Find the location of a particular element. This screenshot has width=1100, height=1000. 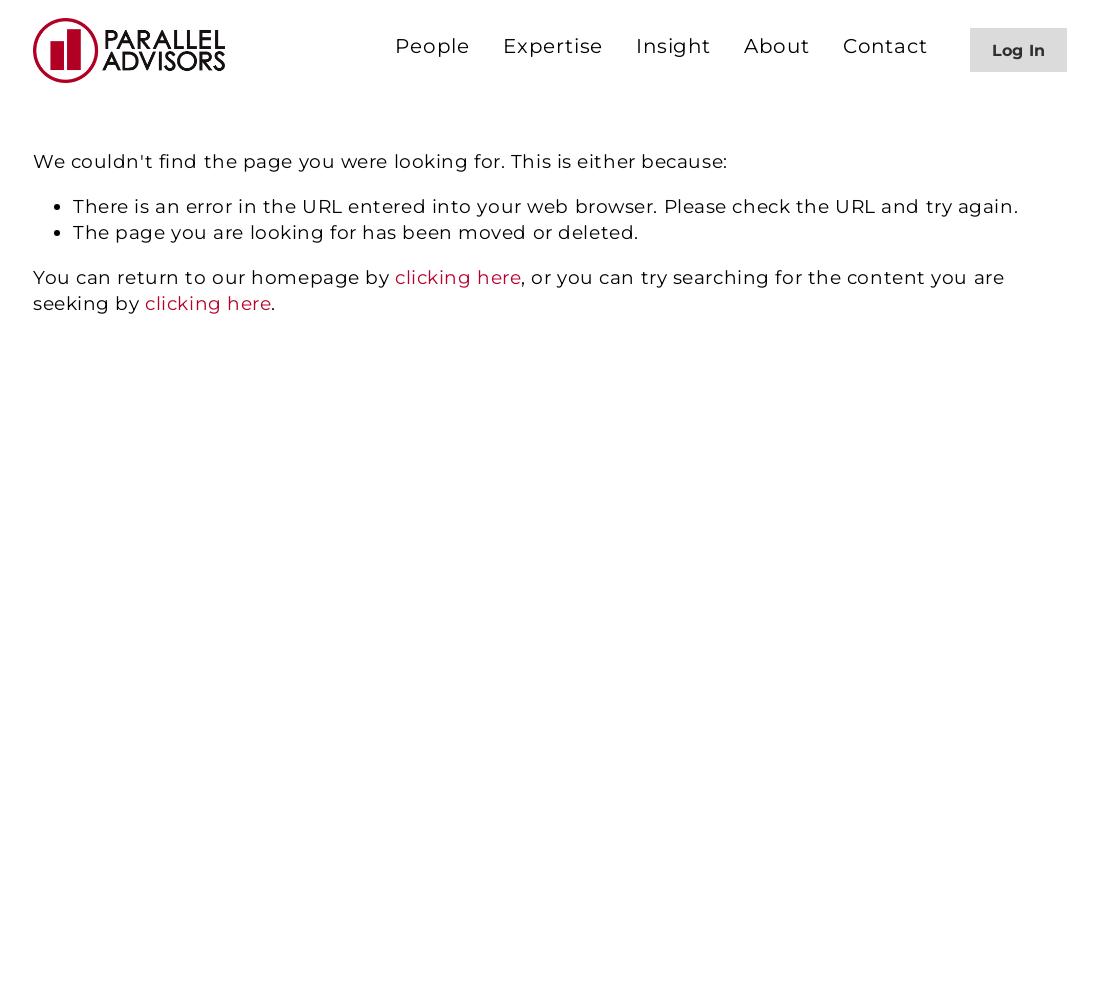

'About' is located at coordinates (776, 46).